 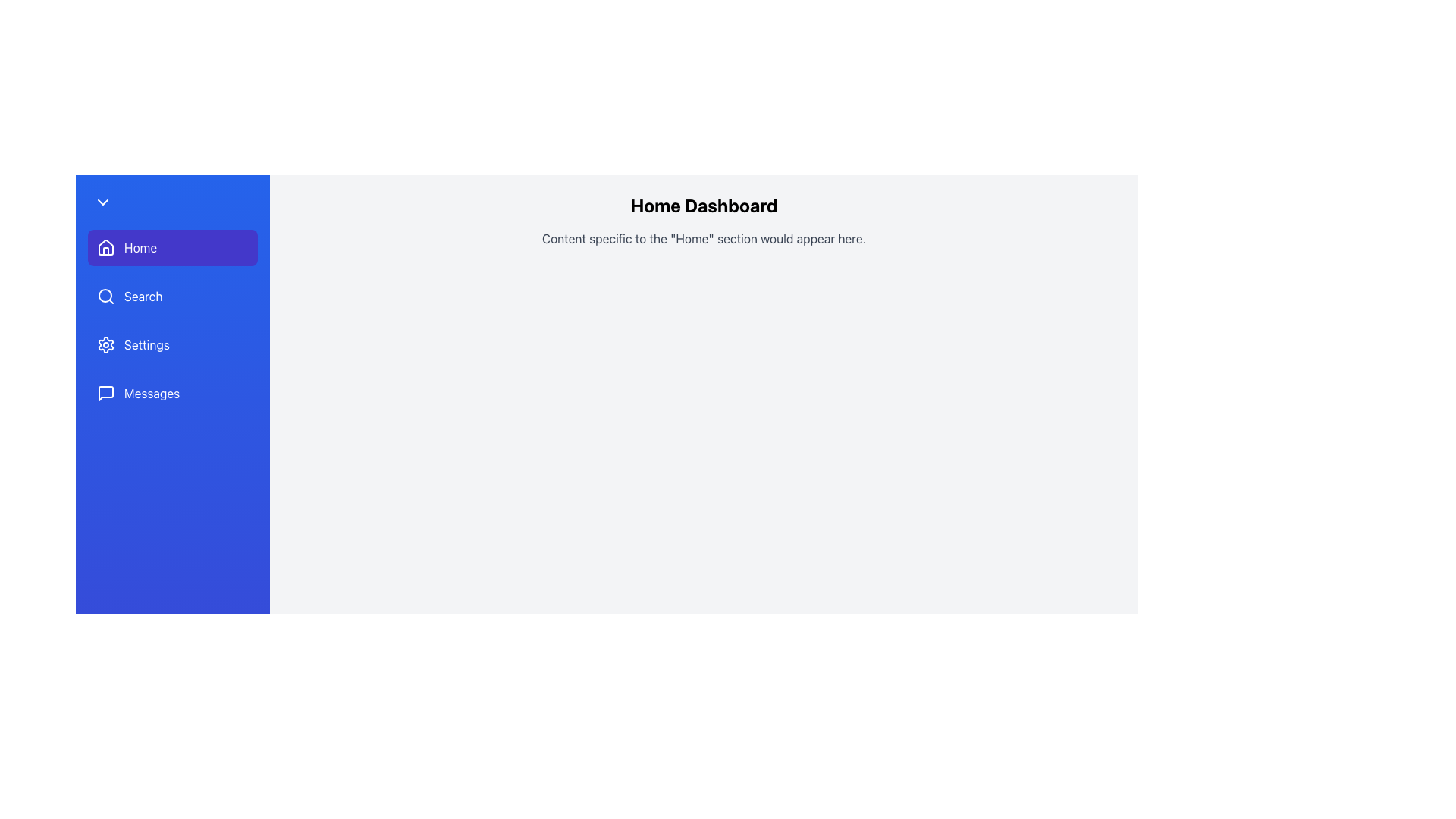 What do you see at coordinates (703, 239) in the screenshot?
I see `the descriptive text placeholder for the 'Home' section located below the 'Home Dashboard' text to interact with it, provided it is enabled` at bounding box center [703, 239].